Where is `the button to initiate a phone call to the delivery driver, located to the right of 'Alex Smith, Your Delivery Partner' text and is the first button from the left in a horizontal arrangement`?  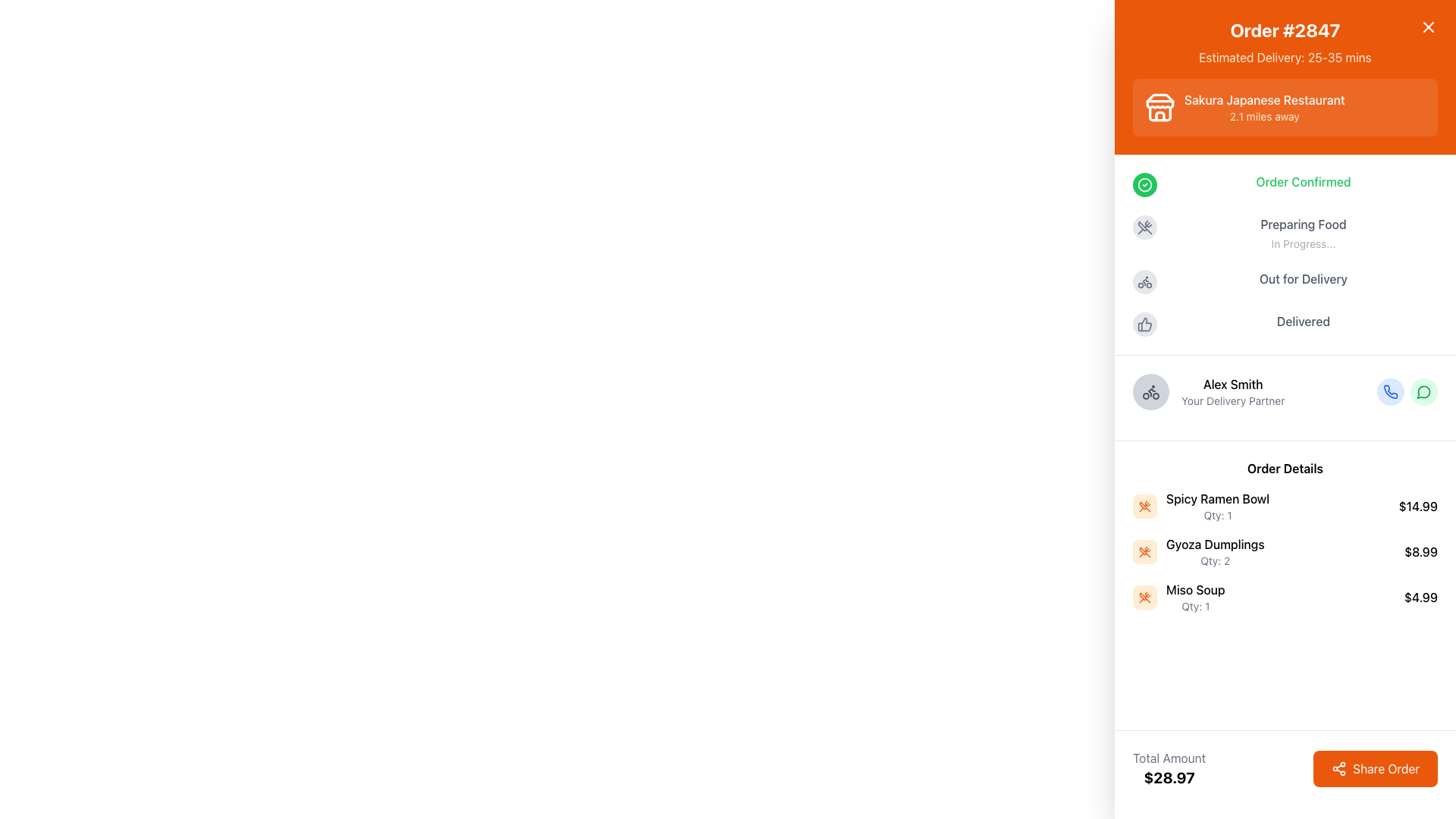
the button to initiate a phone call to the delivery driver, located to the right of 'Alex Smith, Your Delivery Partner' text and is the first button from the left in a horizontal arrangement is located at coordinates (1390, 391).